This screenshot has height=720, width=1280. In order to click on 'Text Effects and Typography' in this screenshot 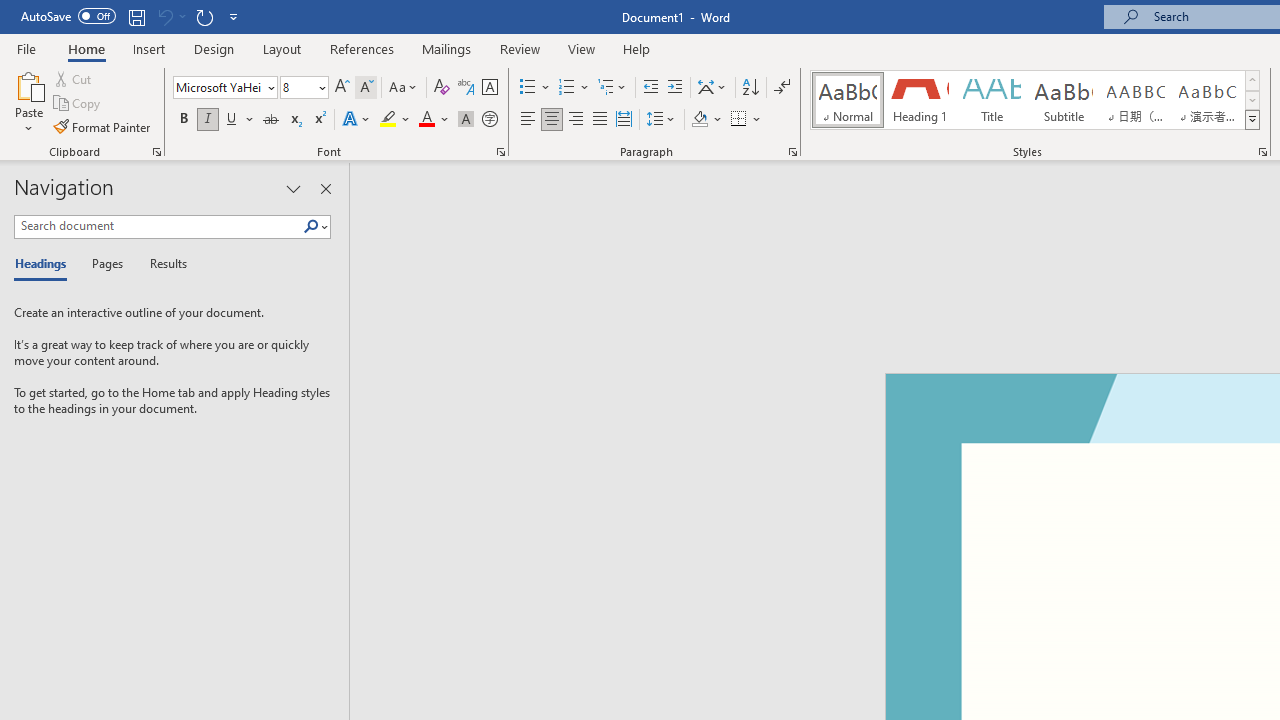, I will do `click(357, 119)`.